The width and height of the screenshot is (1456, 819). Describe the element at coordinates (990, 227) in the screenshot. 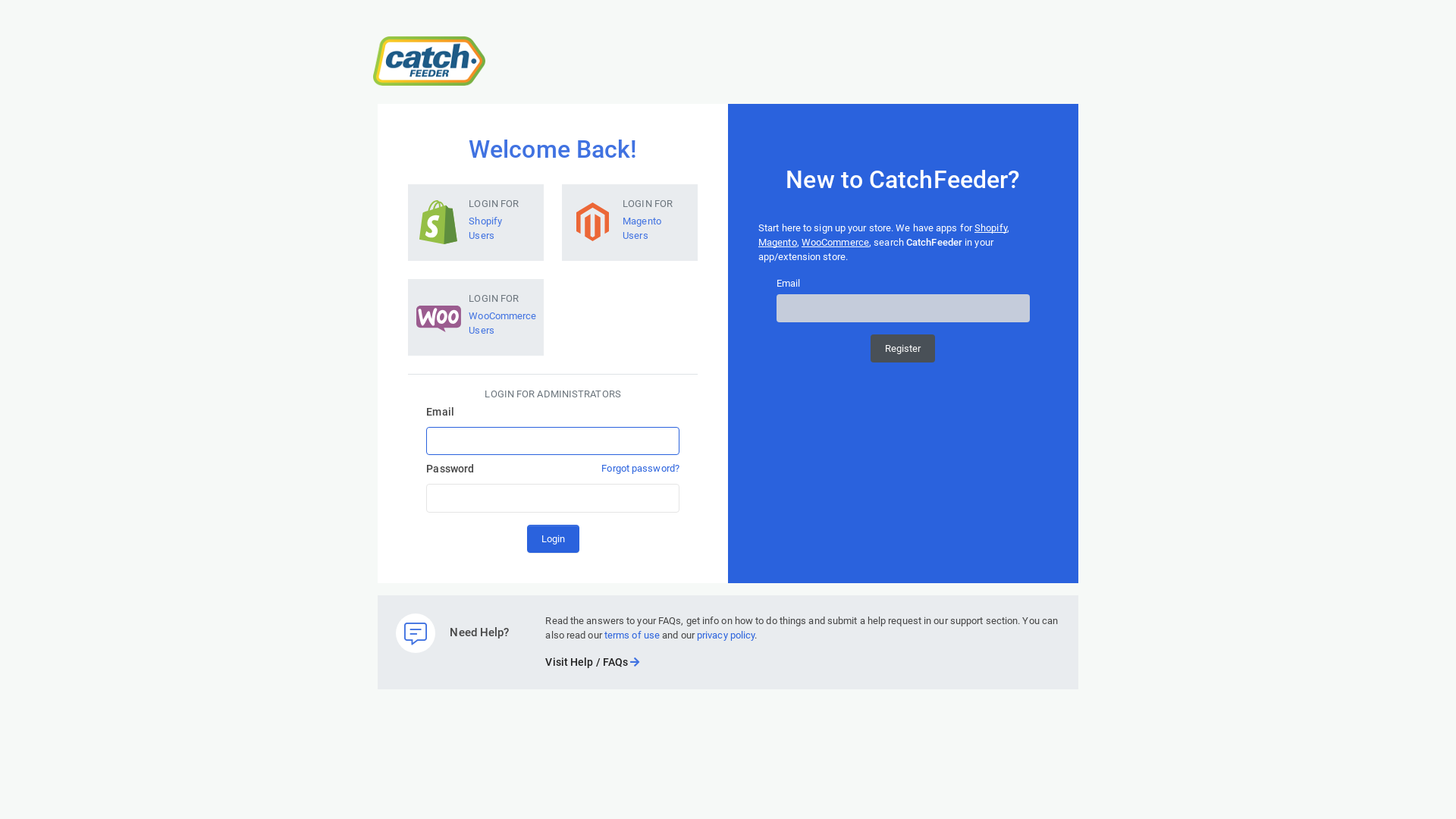

I see `'Shopify'` at that location.